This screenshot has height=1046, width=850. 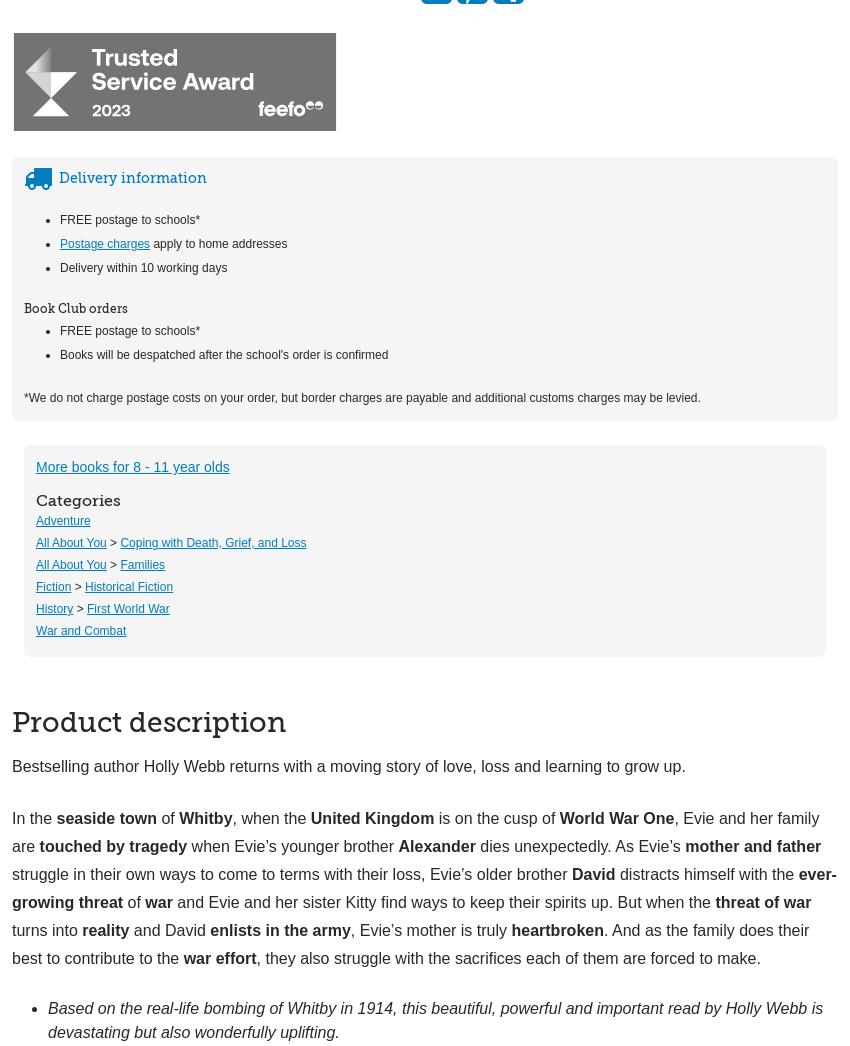 What do you see at coordinates (557, 929) in the screenshot?
I see `'heartbroken'` at bounding box center [557, 929].